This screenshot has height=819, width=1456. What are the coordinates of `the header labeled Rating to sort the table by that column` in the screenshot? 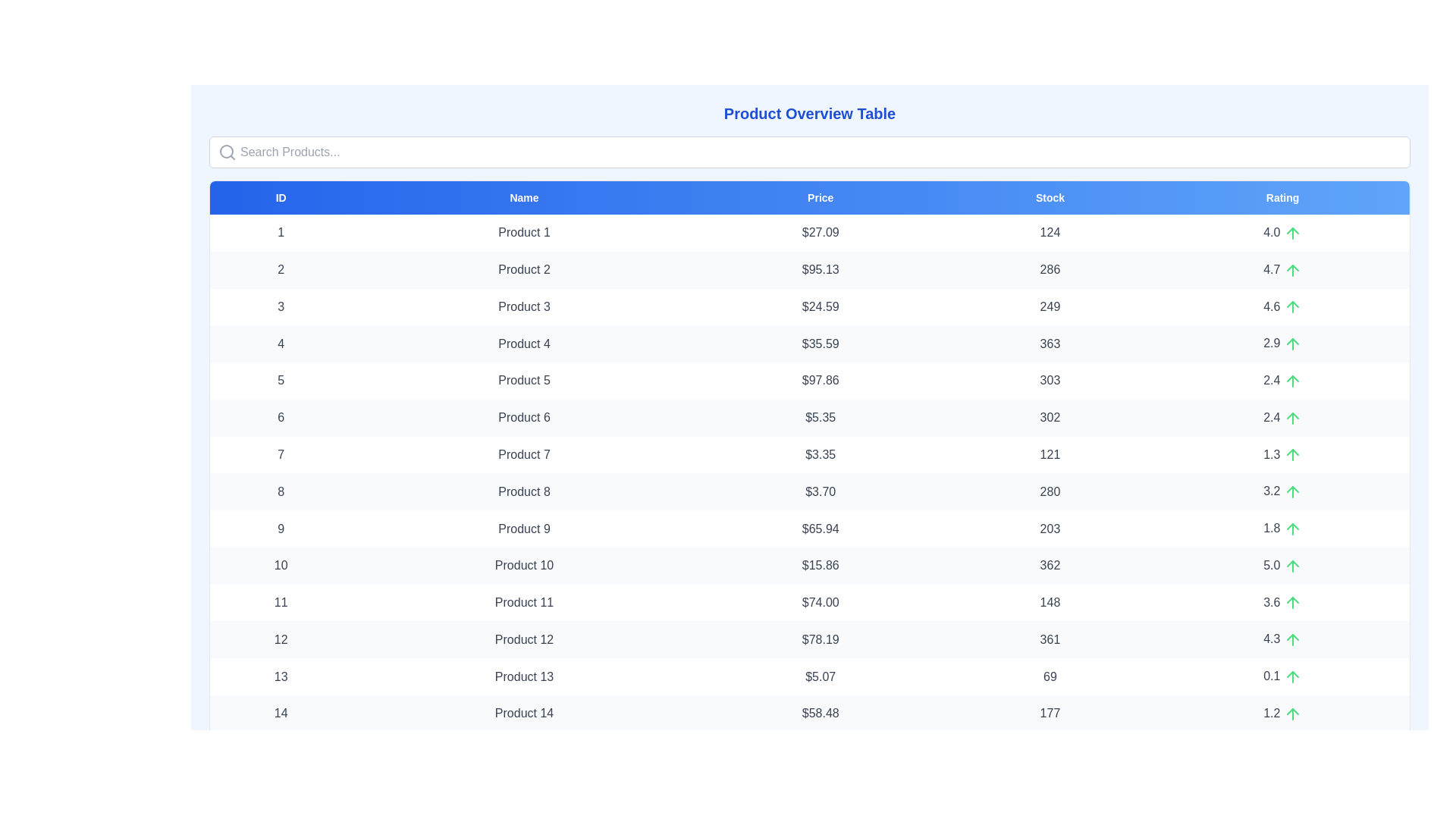 It's located at (1282, 197).